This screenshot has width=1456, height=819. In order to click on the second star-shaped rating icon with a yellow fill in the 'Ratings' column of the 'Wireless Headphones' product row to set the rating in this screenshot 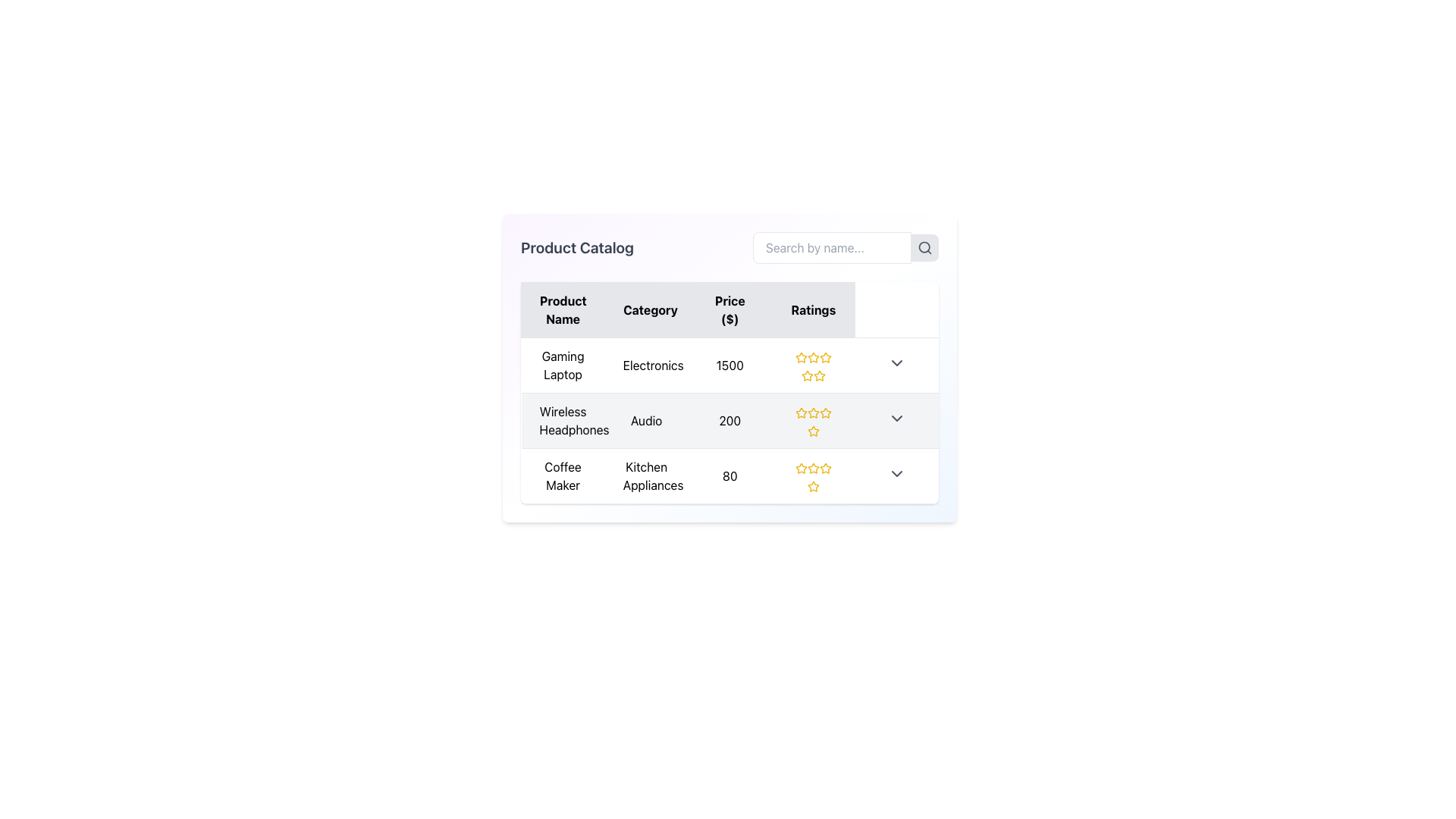, I will do `click(812, 413)`.